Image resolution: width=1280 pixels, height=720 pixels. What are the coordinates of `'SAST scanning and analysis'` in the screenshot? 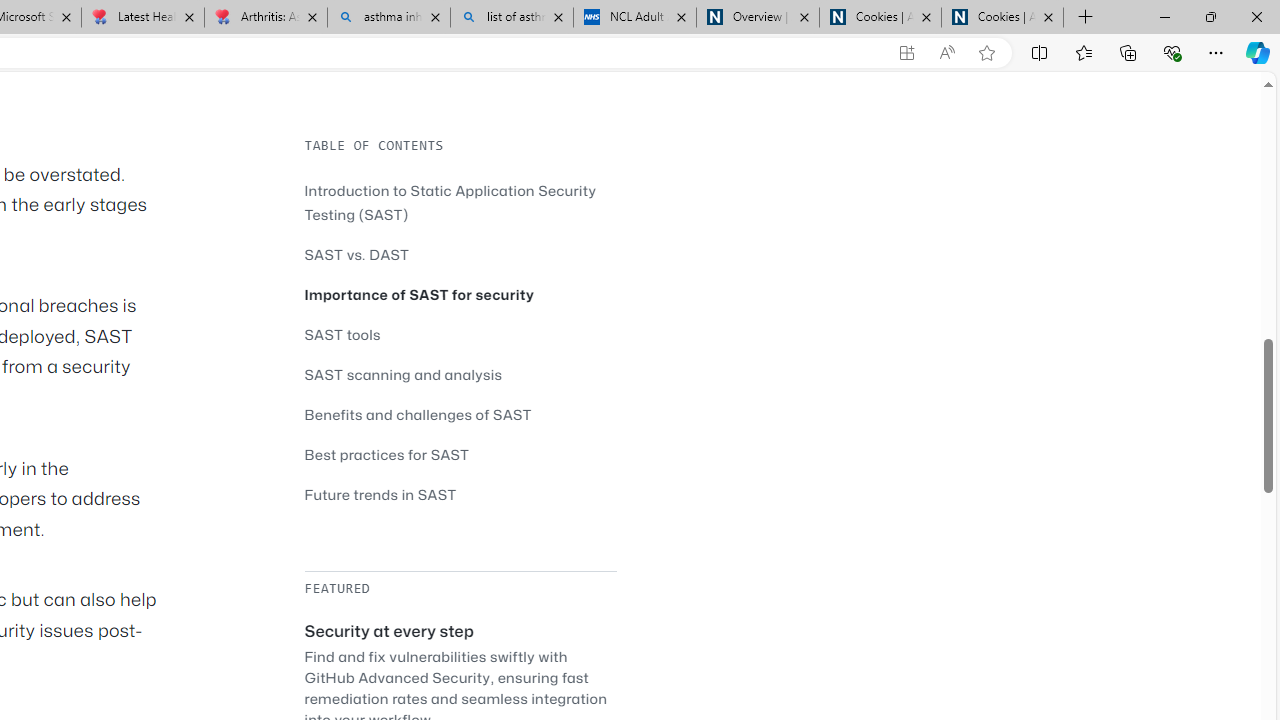 It's located at (459, 374).